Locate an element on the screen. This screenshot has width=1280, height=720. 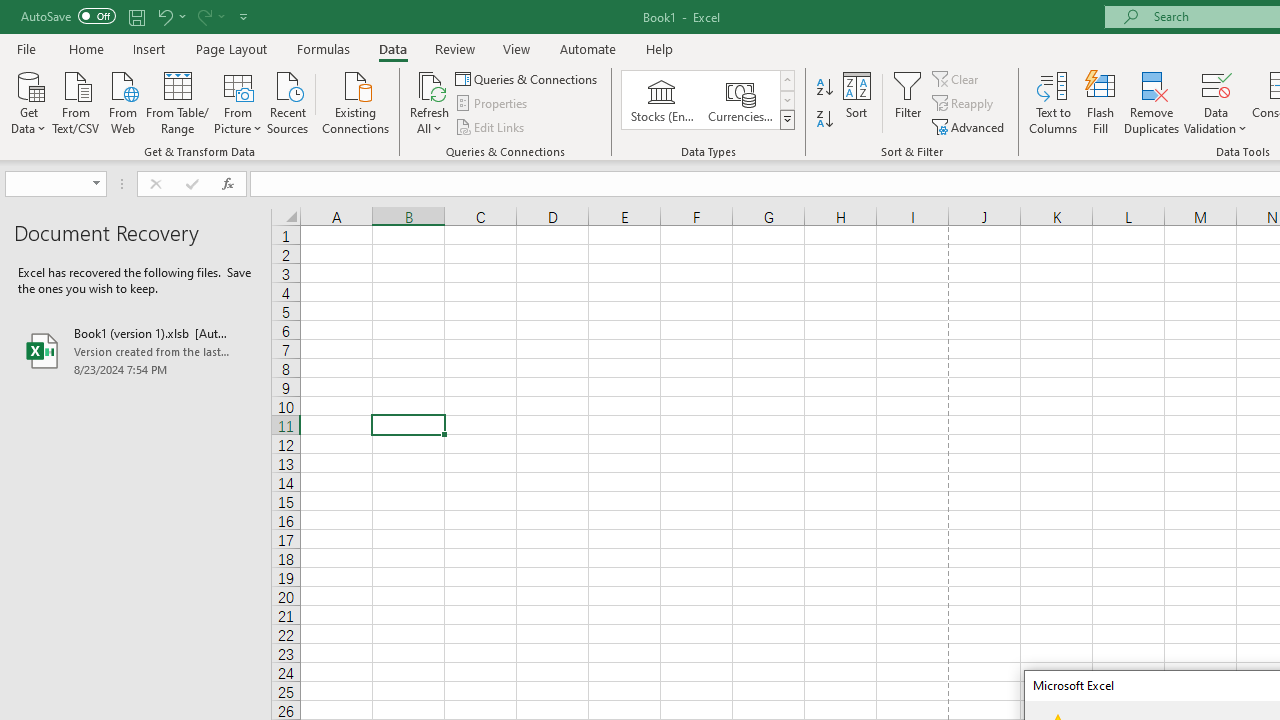
'Data Validation...' is located at coordinates (1215, 84).